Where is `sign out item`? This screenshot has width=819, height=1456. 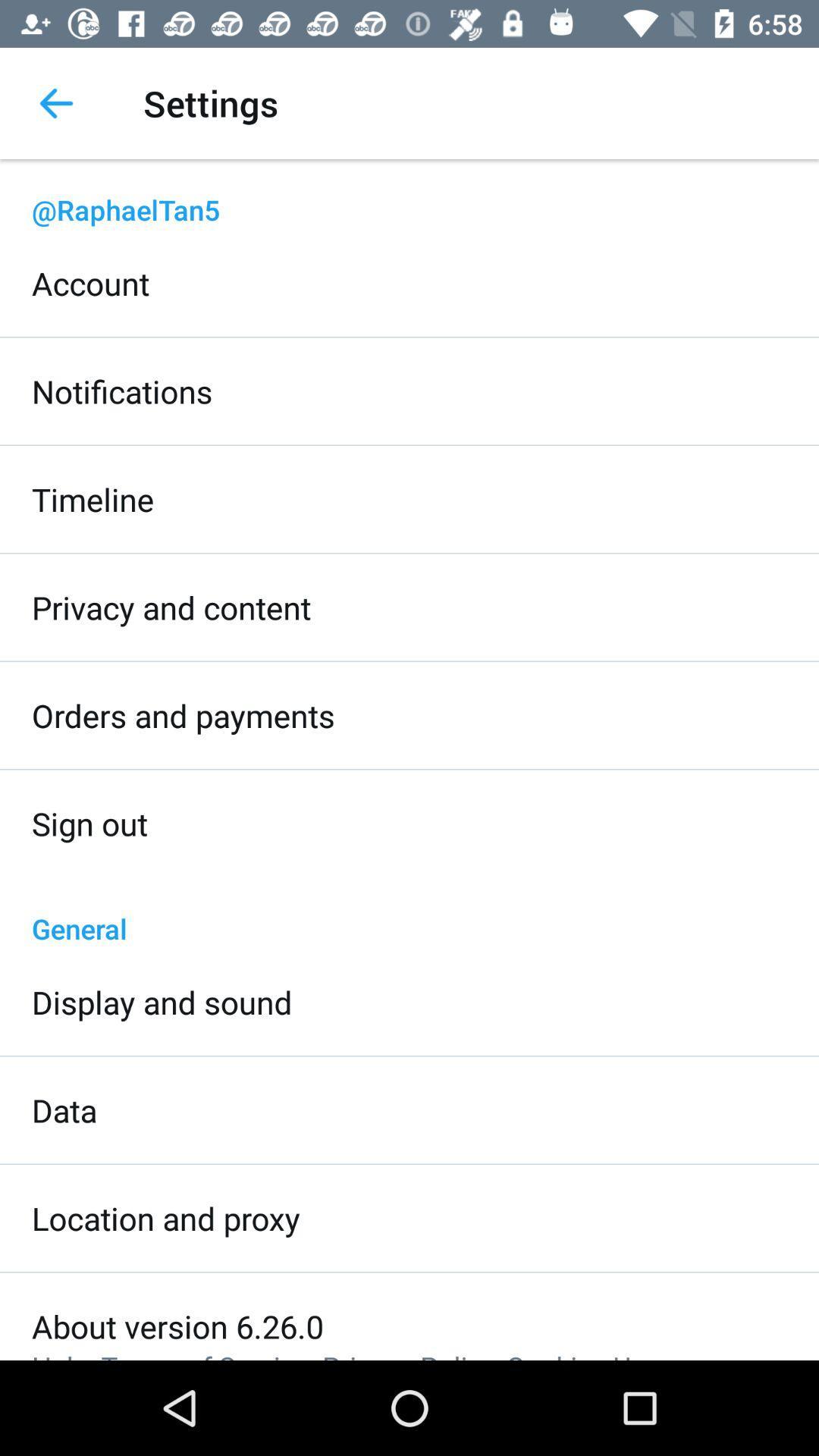
sign out item is located at coordinates (89, 822).